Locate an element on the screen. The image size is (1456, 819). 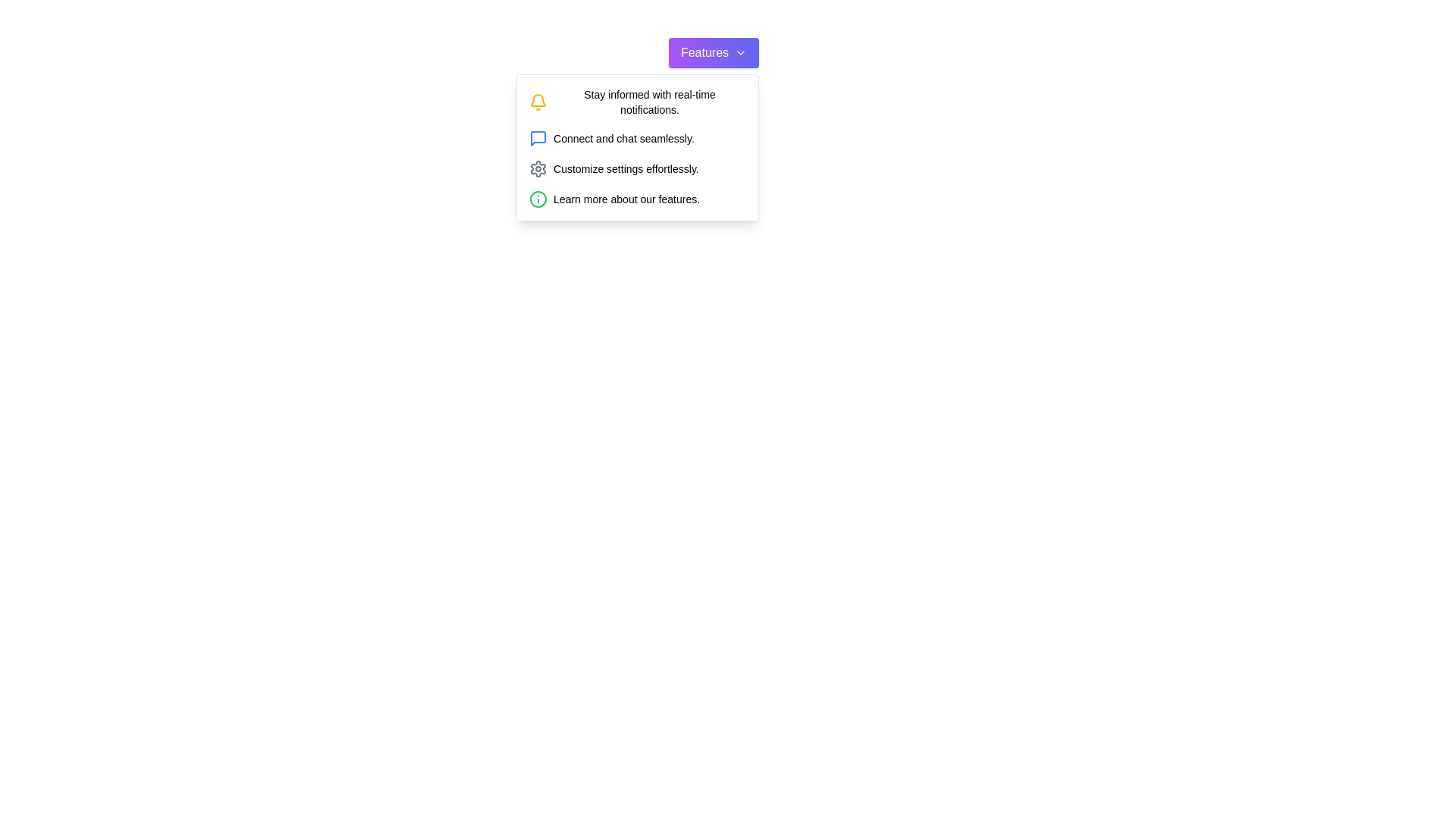
the third list item in the 'Features' dropdown menu that provides access to customizing user settings is located at coordinates (638, 169).